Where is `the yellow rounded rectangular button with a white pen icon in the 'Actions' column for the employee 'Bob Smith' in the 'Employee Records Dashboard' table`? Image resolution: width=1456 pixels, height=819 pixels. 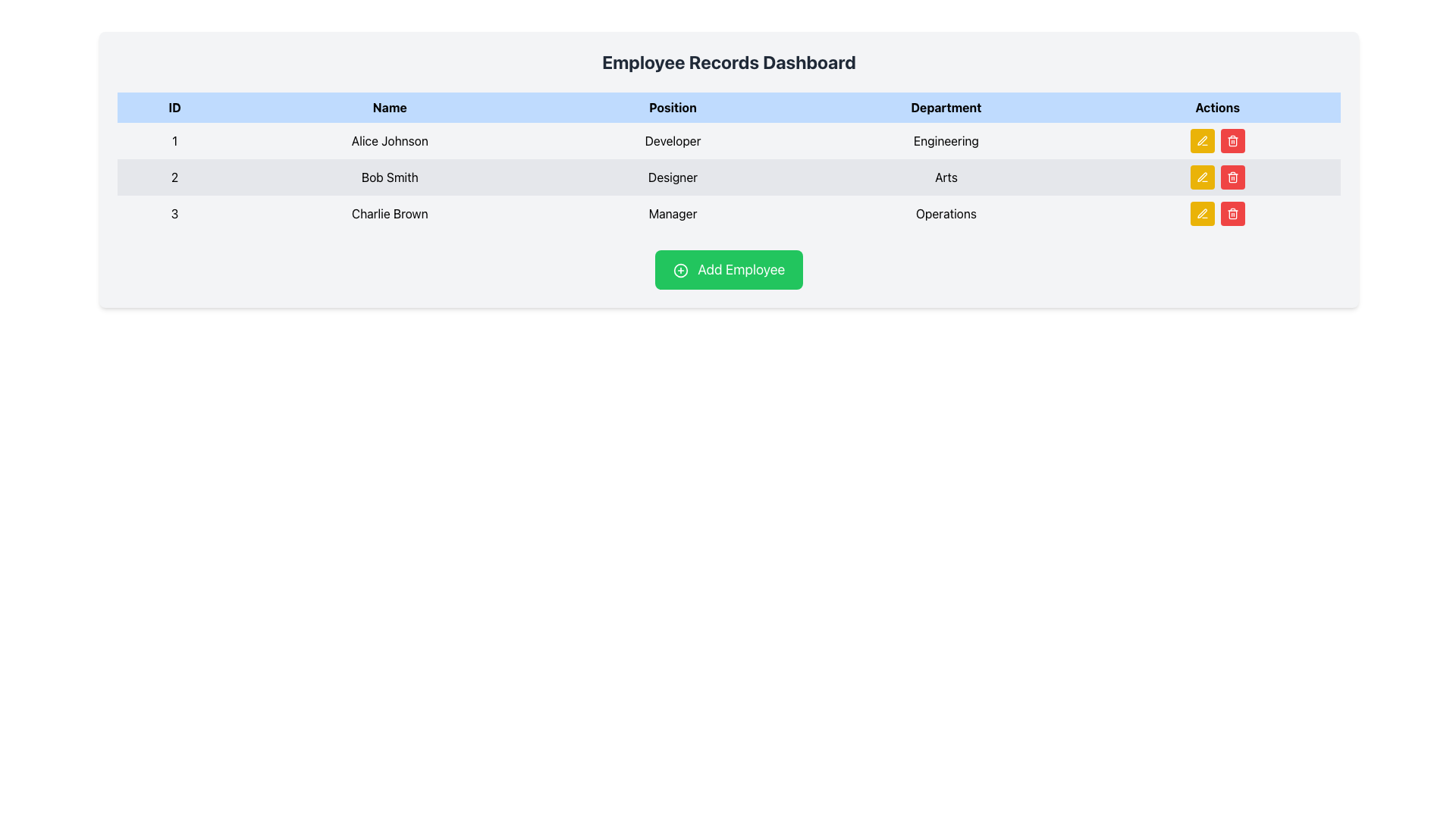 the yellow rounded rectangular button with a white pen icon in the 'Actions' column for the employee 'Bob Smith' in the 'Employee Records Dashboard' table is located at coordinates (1201, 177).